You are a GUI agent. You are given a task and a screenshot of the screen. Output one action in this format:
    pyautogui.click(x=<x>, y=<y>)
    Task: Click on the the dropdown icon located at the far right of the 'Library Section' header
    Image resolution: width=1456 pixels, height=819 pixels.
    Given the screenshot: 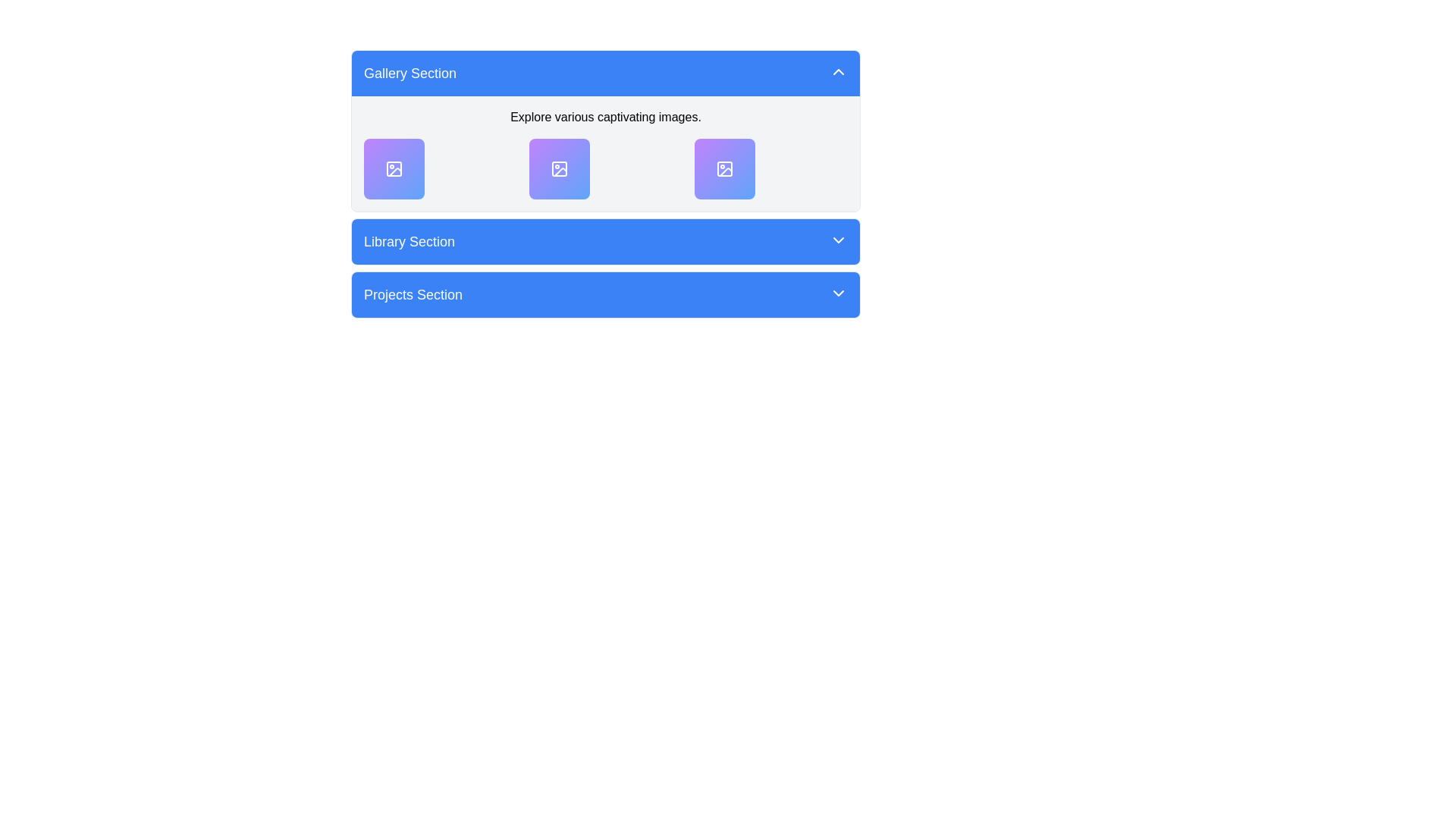 What is the action you would take?
    pyautogui.click(x=837, y=239)
    